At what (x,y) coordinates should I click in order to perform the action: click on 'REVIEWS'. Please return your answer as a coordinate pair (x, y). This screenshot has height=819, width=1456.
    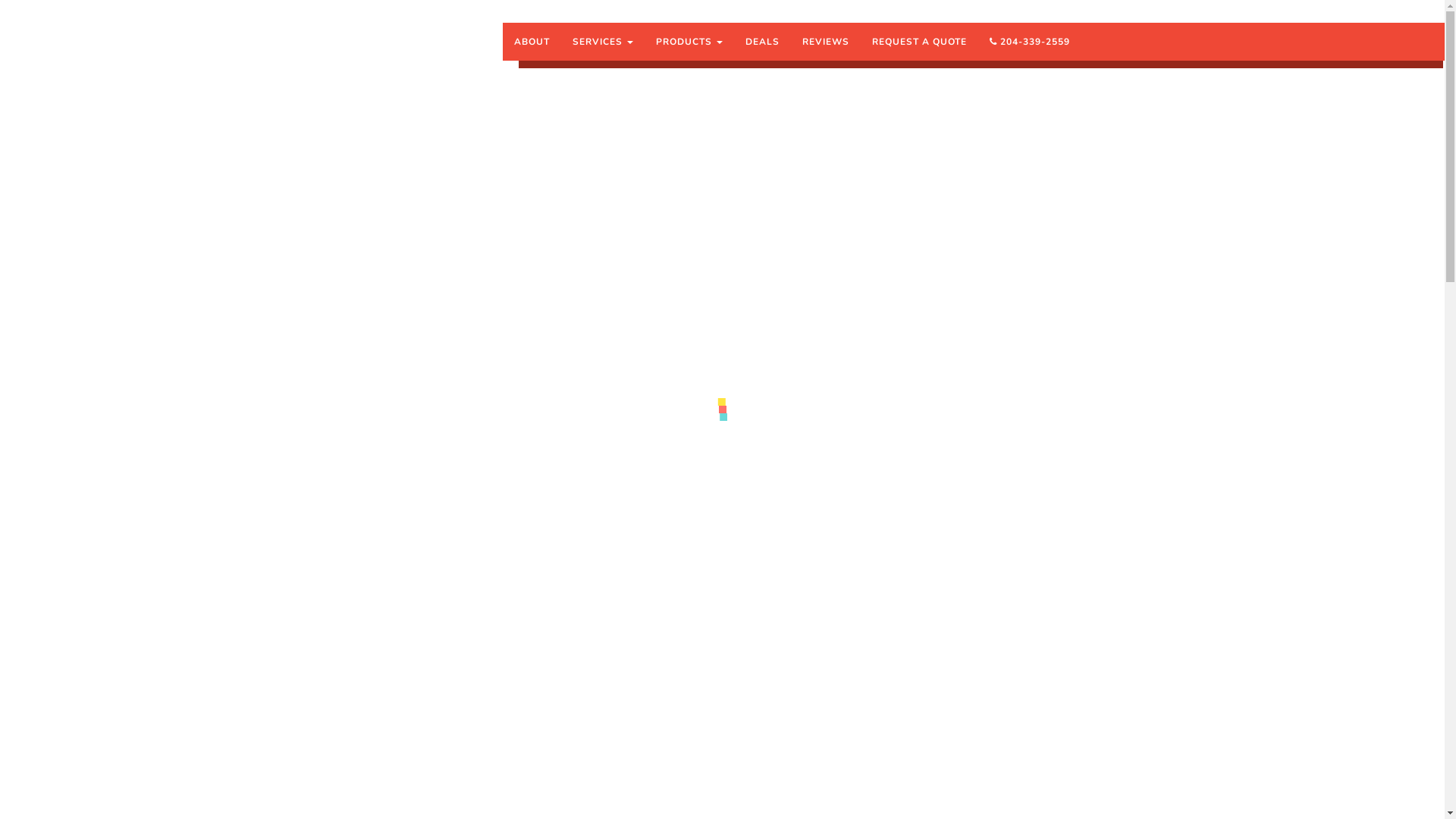
    Looking at the image, I should click on (825, 40).